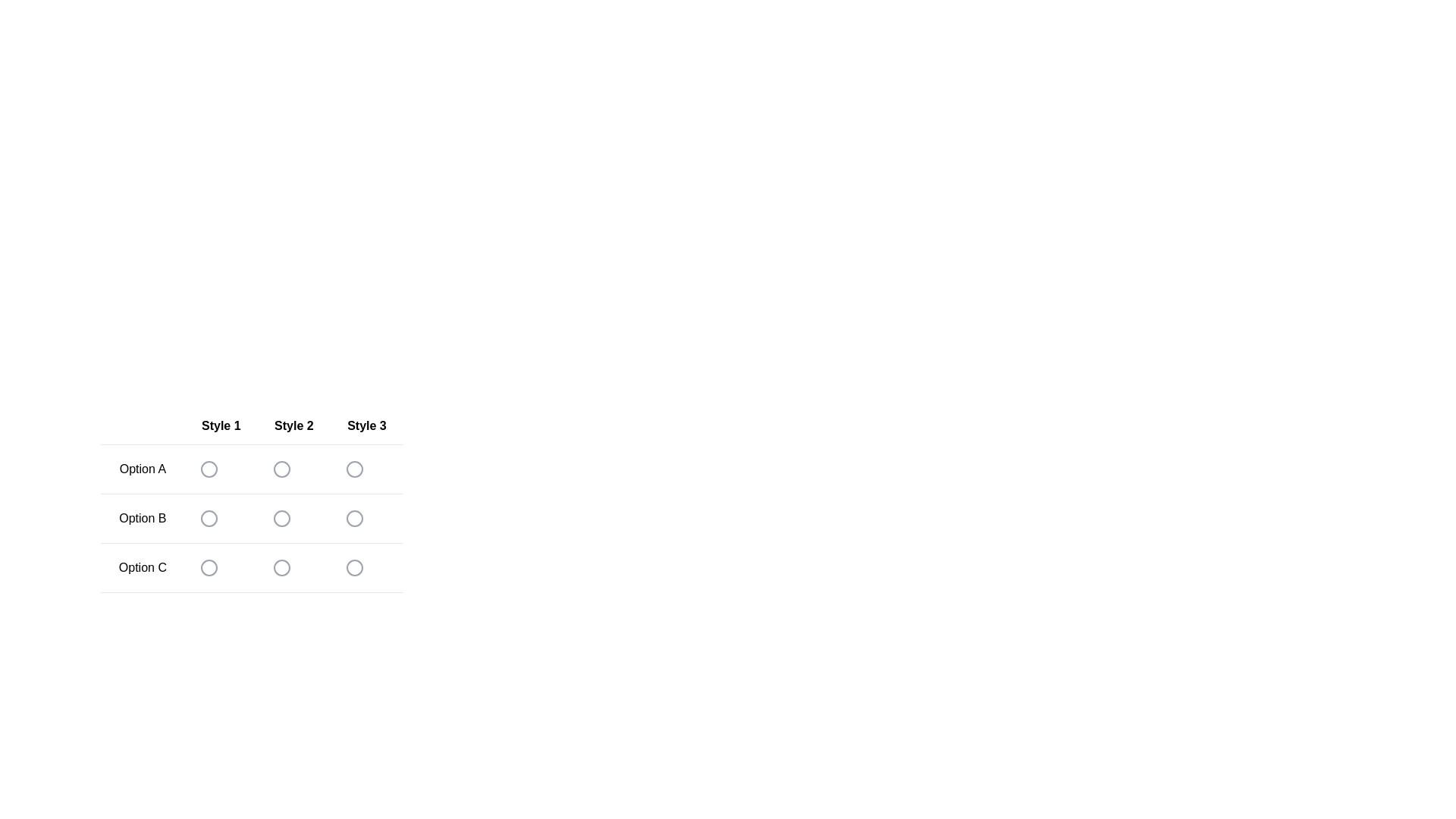 Image resolution: width=1456 pixels, height=819 pixels. What do you see at coordinates (353, 567) in the screenshot?
I see `the circular radio button indicator located in the third column of the third row under 'Style 3' in the 'Option C' row` at bounding box center [353, 567].